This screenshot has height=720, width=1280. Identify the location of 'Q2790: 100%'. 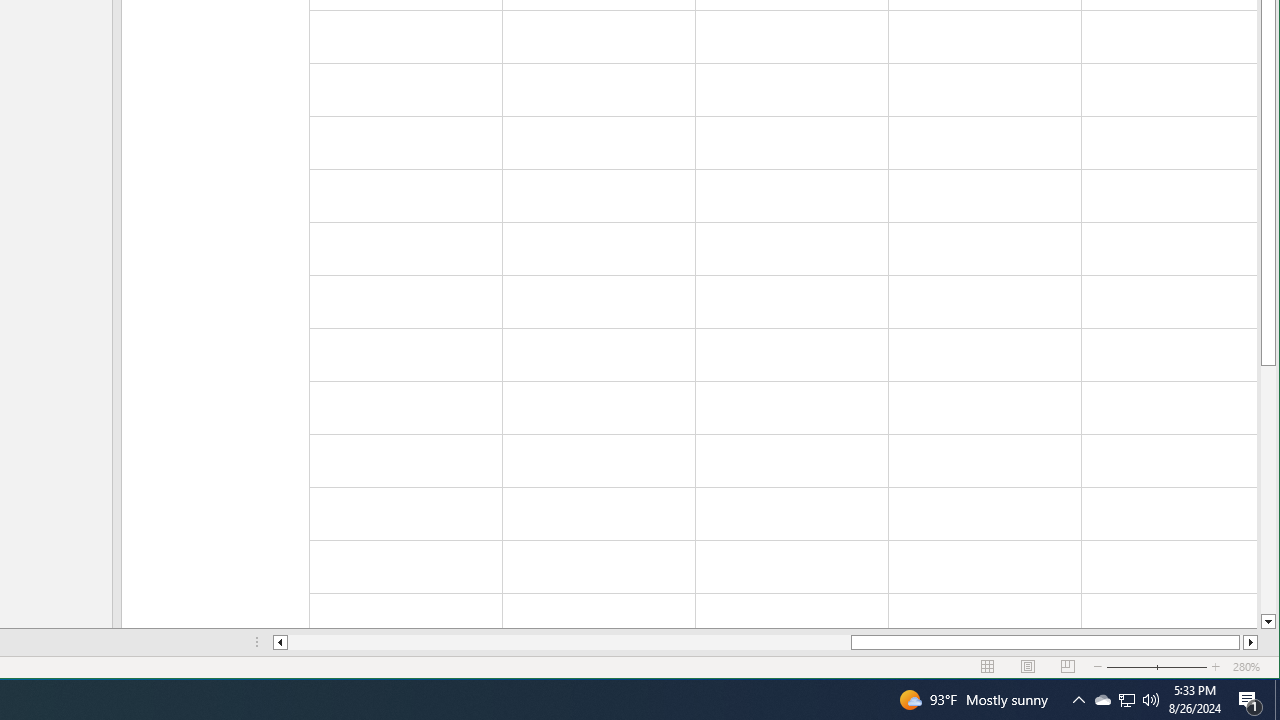
(1151, 698).